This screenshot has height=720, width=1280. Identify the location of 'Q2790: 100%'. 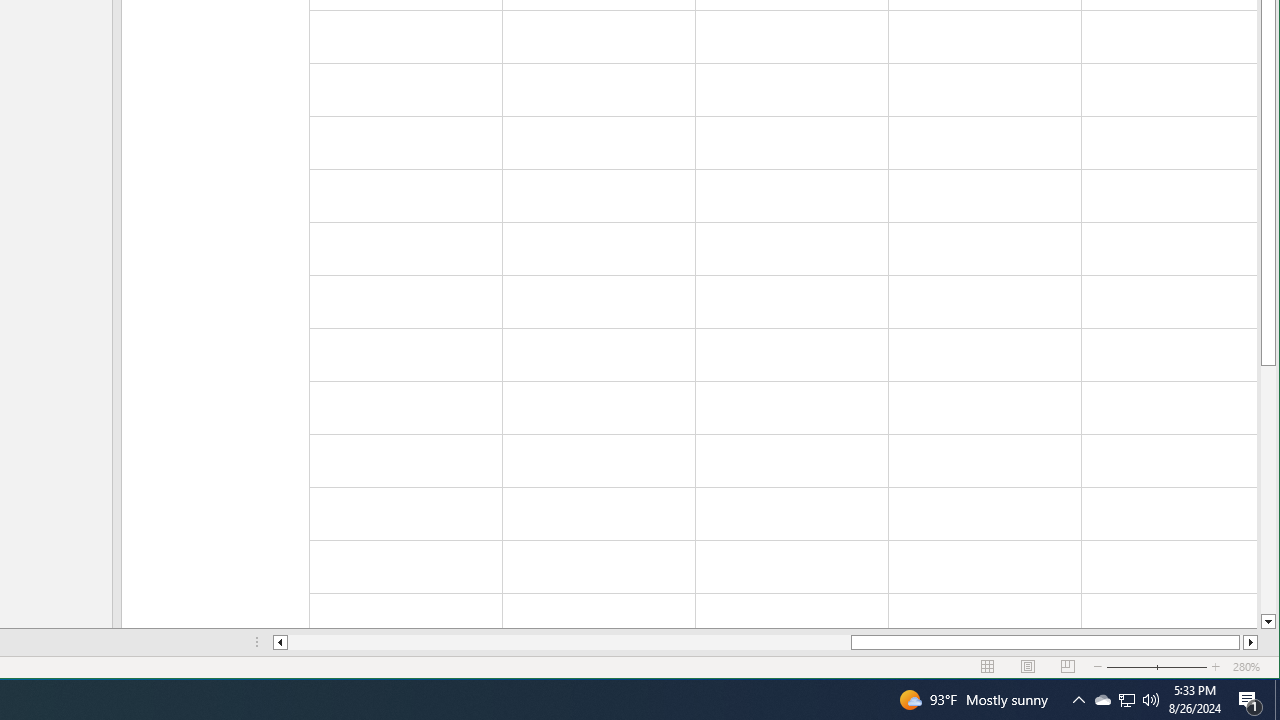
(1151, 698).